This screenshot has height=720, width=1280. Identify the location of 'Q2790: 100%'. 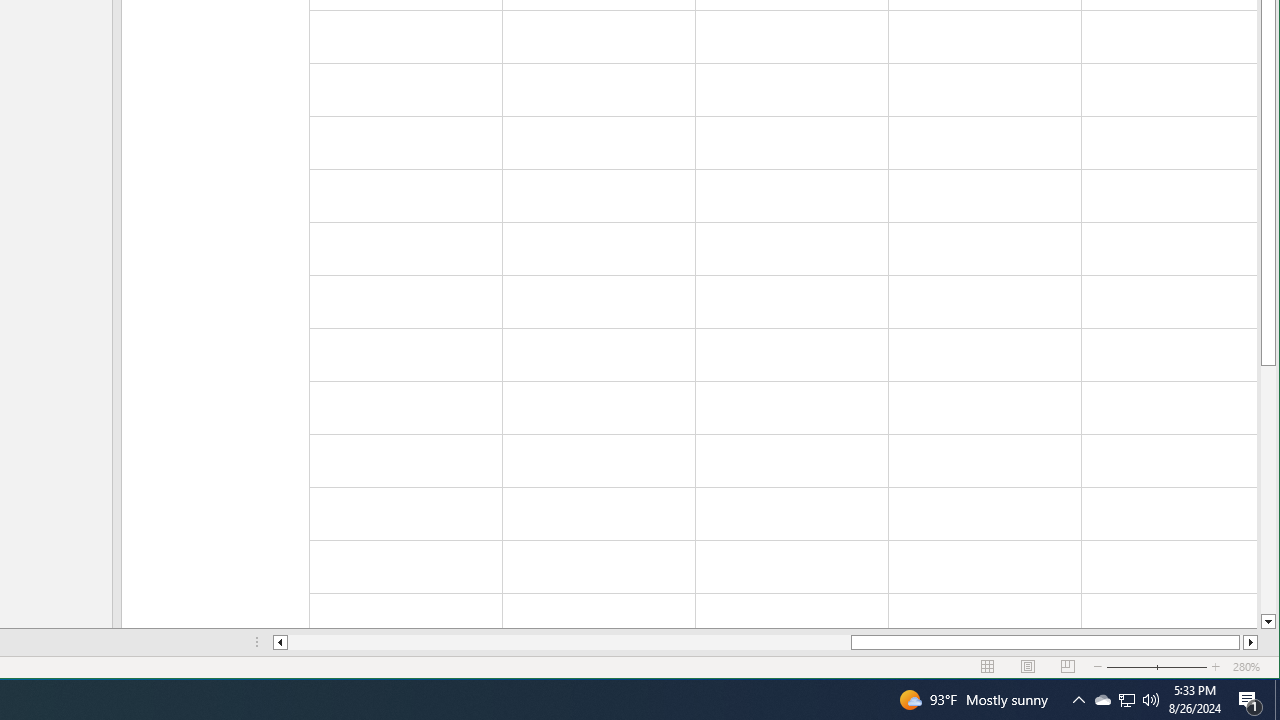
(1151, 698).